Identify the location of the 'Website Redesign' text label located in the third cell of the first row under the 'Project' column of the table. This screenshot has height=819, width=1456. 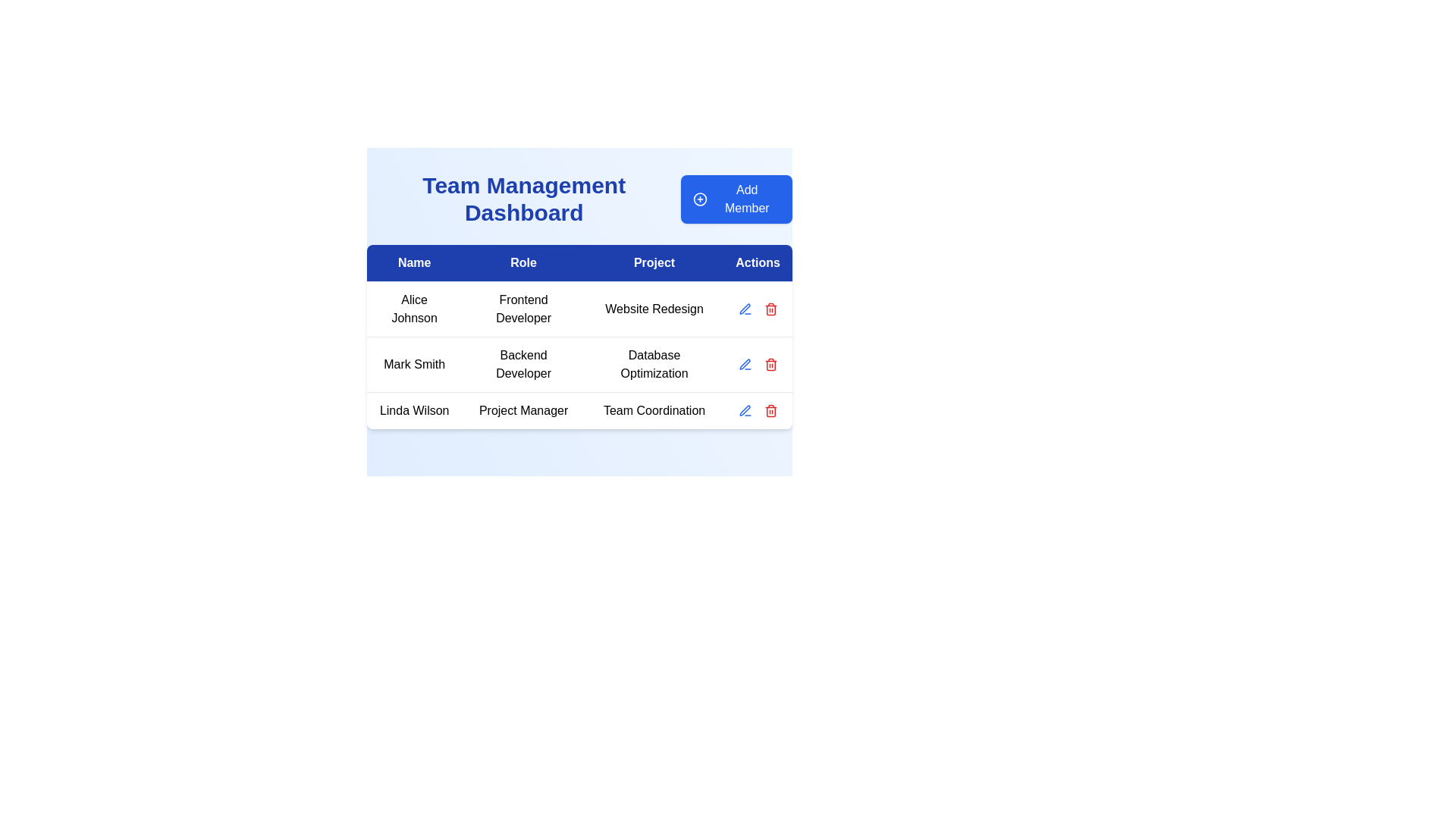
(654, 309).